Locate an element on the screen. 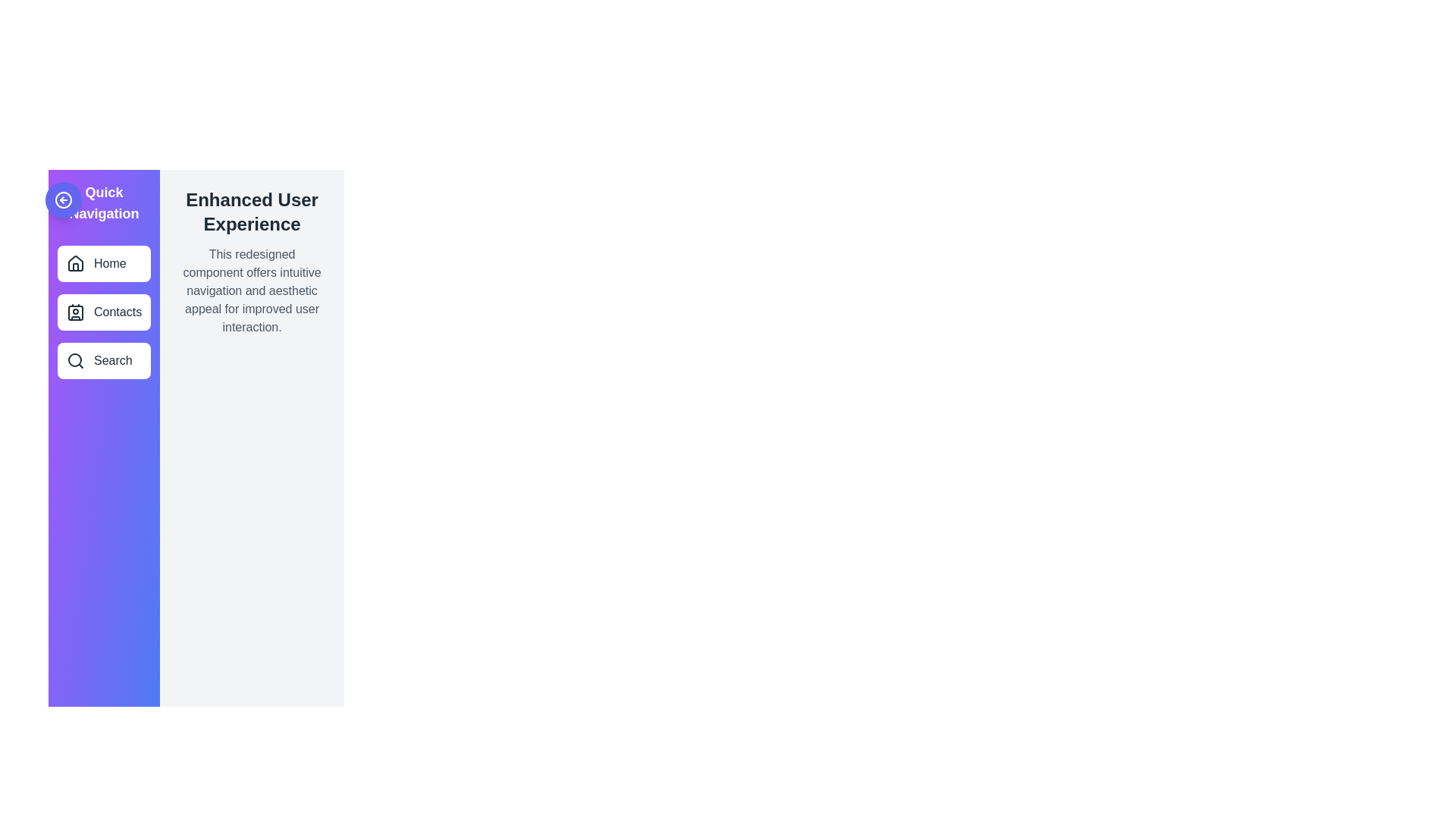  control button to toggle the drawer state is located at coordinates (62, 199).